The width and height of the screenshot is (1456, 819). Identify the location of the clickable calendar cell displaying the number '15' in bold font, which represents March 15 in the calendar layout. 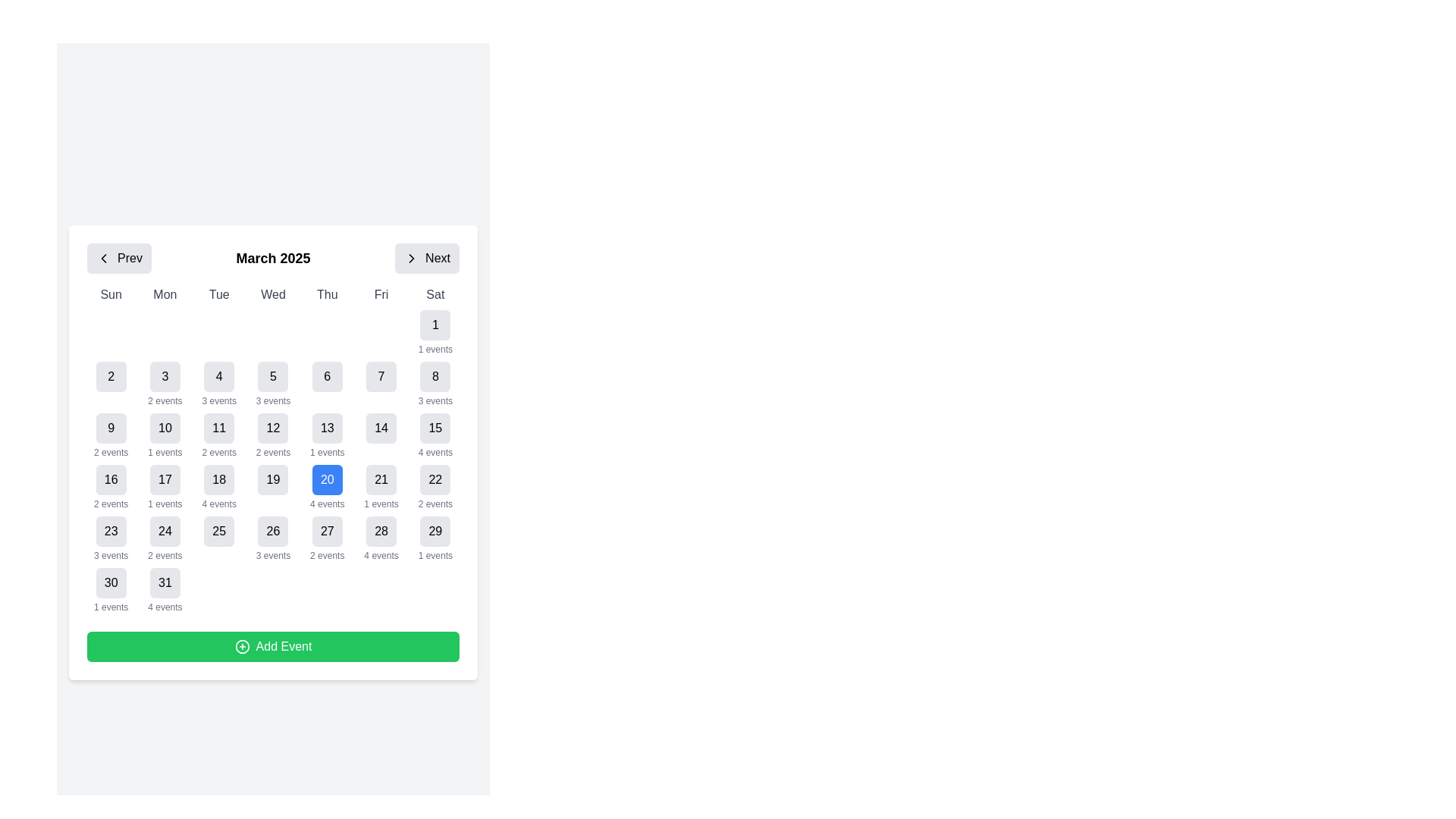
(435, 435).